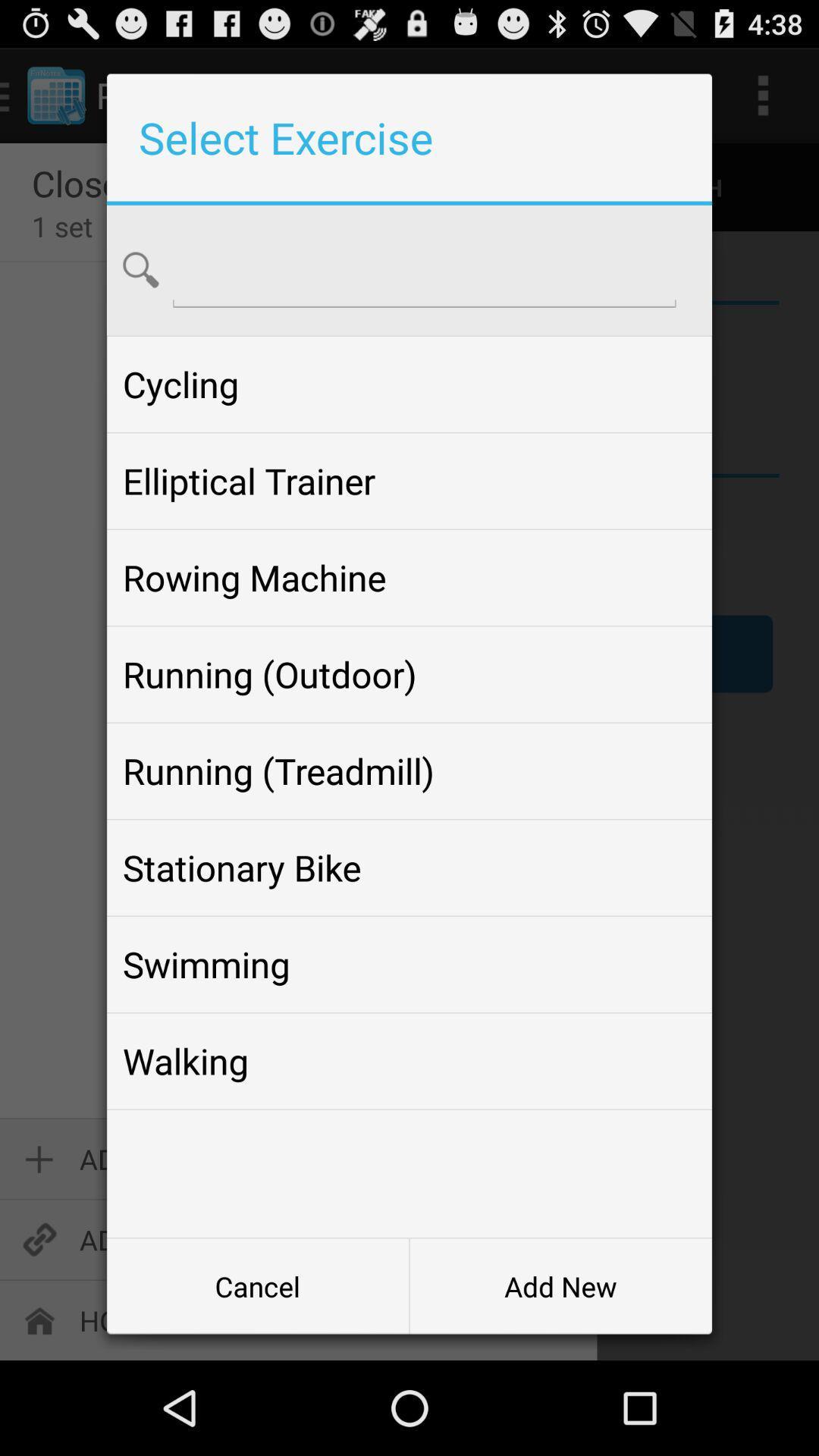 The width and height of the screenshot is (819, 1456). What do you see at coordinates (409, 1060) in the screenshot?
I see `the icon above cancel button` at bounding box center [409, 1060].